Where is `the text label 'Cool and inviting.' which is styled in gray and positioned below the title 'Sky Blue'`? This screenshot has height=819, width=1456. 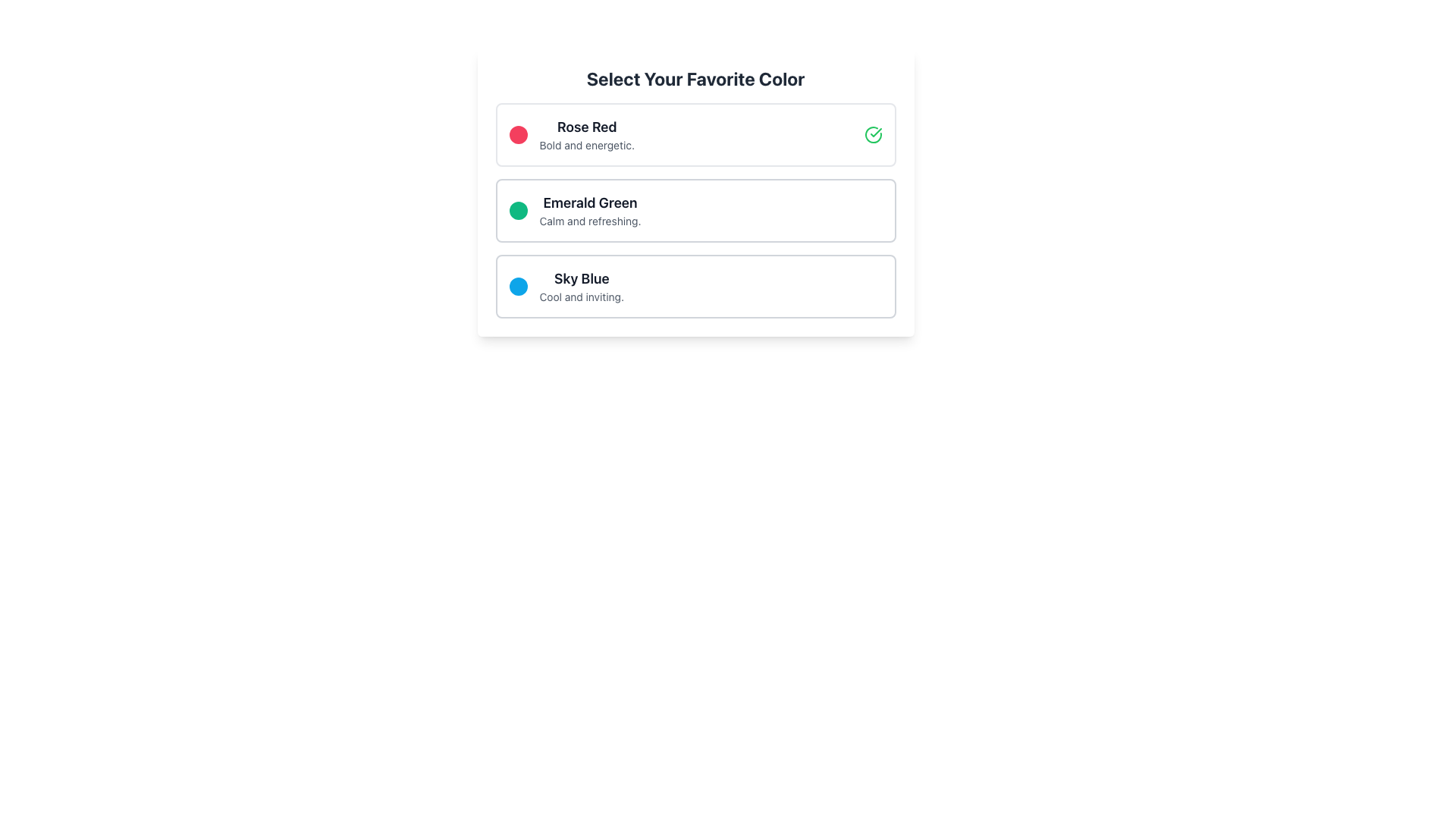 the text label 'Cool and inviting.' which is styled in gray and positioned below the title 'Sky Blue' is located at coordinates (581, 297).